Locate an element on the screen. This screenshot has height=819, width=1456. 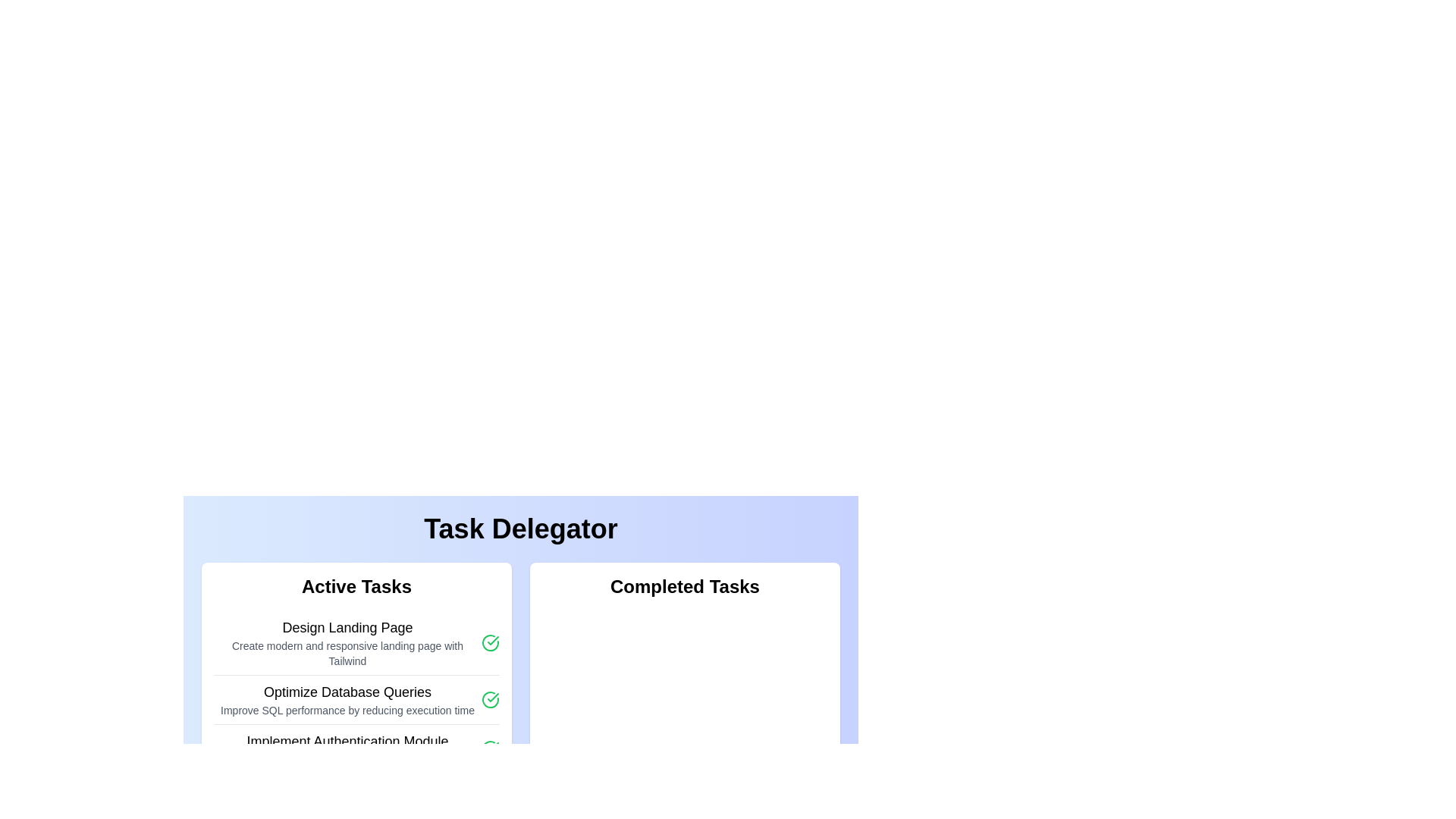
the green circular icon with a checkmark, indicating a completed status, located to the right of the text 'Optimize Database Queries' in the 'Active Tasks' section of the 'Task Delegator' is located at coordinates (491, 699).